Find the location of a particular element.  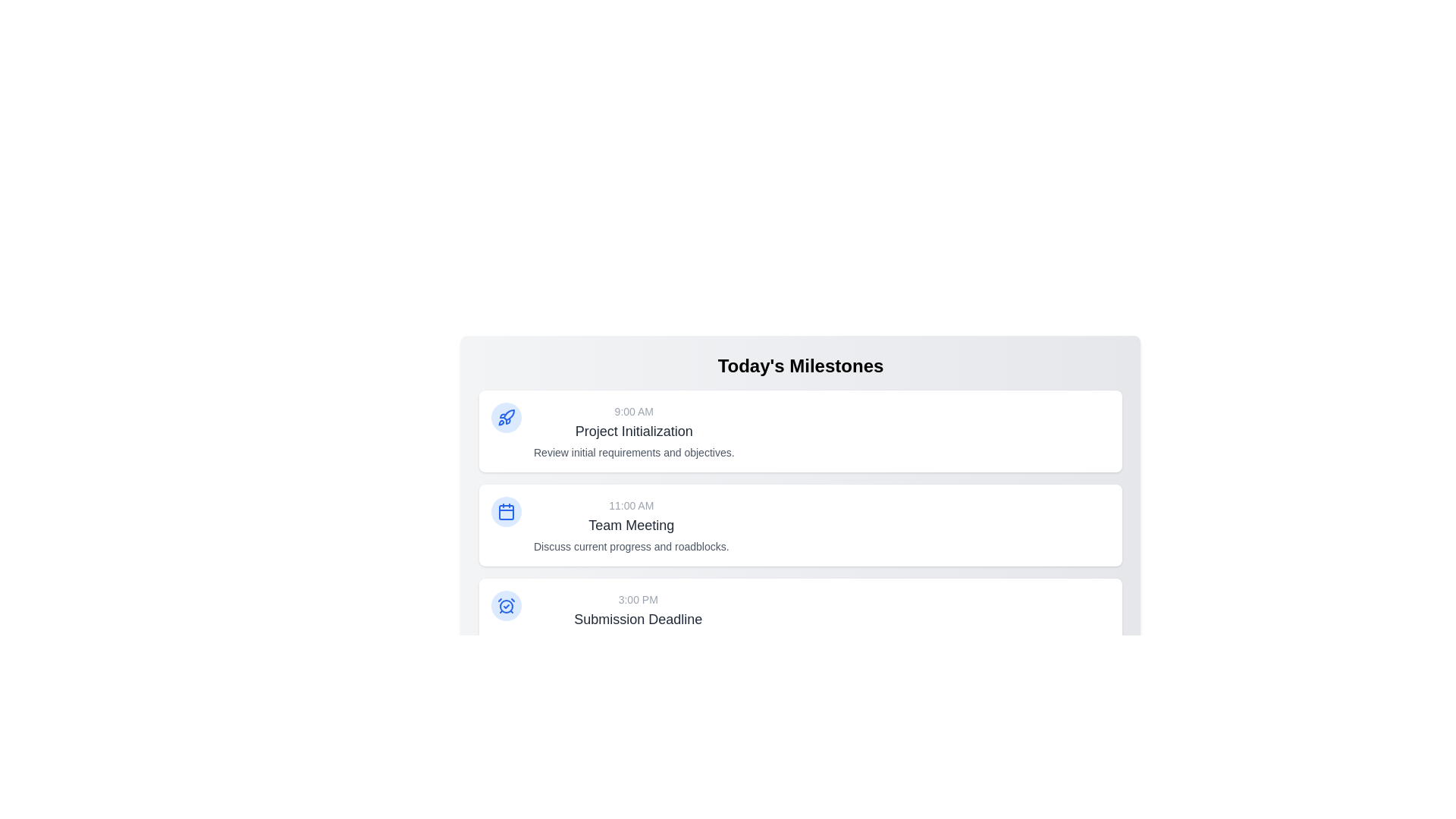

the circular badge representing the milestone labeled 'Project Initialization', located at the top left corner of the item block is located at coordinates (506, 418).